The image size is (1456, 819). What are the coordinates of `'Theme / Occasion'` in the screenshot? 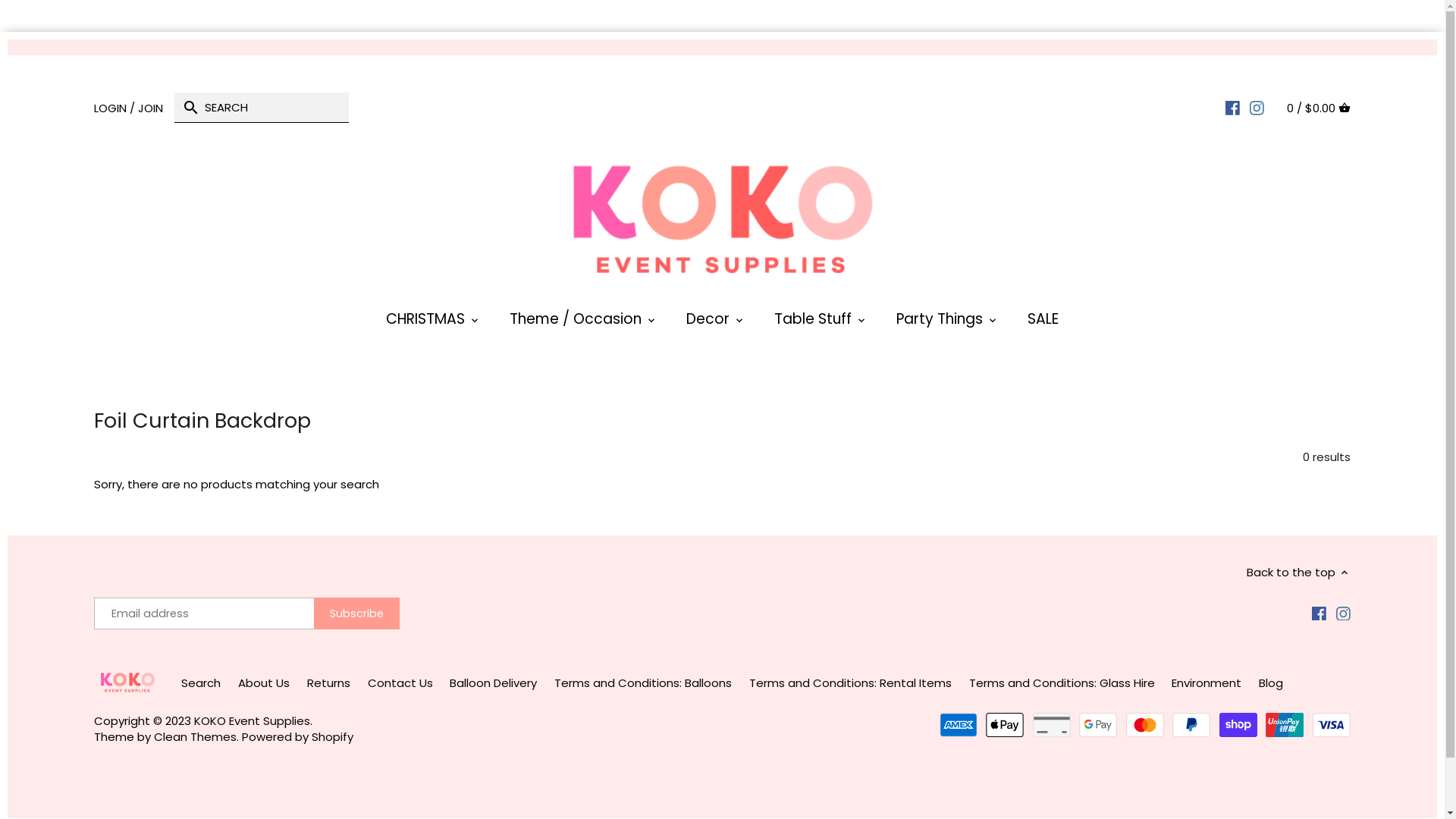 It's located at (574, 322).